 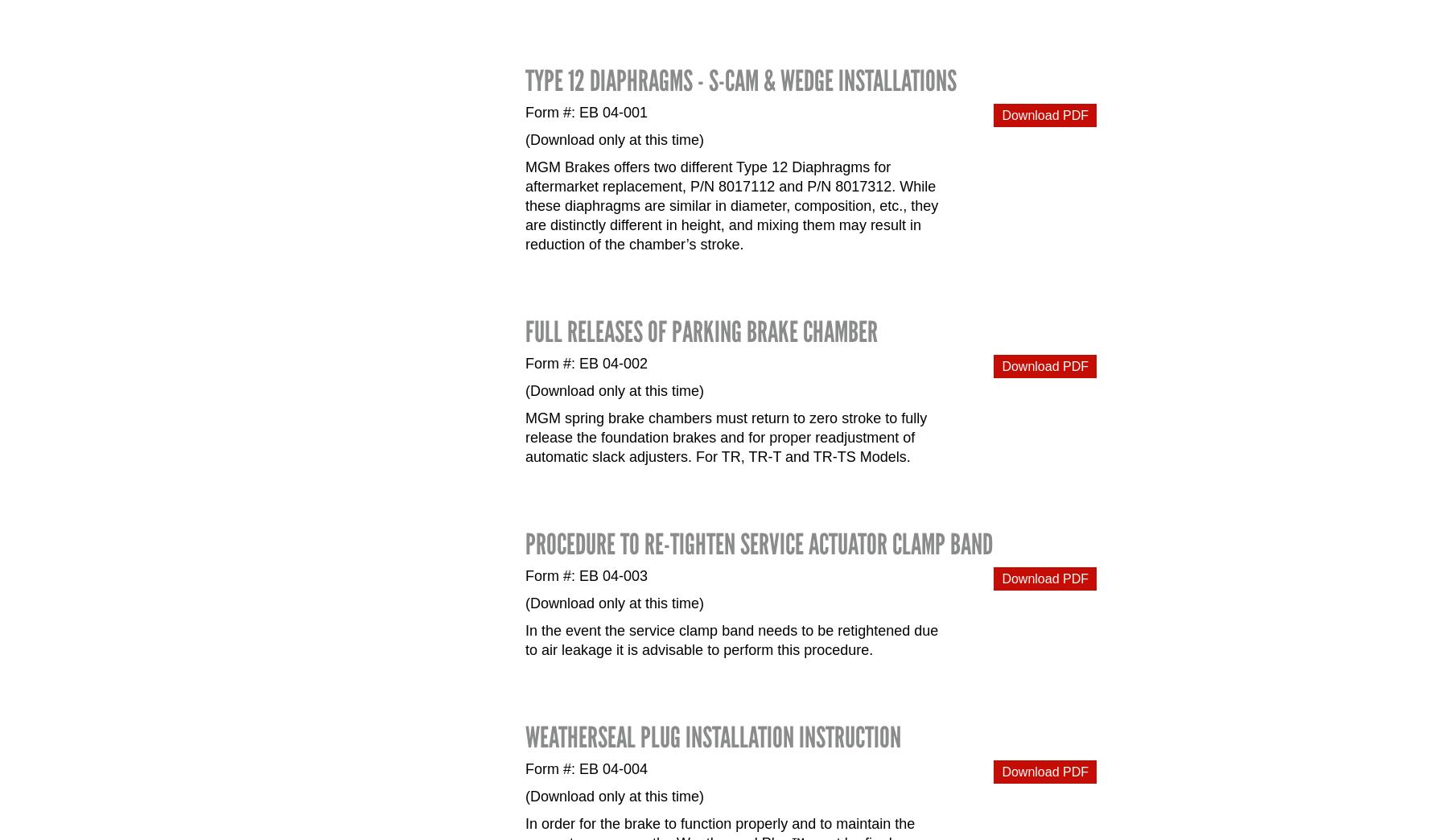 I want to click on 'Procedure to Re-tighten Service Actuator Clamp Band', so click(x=759, y=542).